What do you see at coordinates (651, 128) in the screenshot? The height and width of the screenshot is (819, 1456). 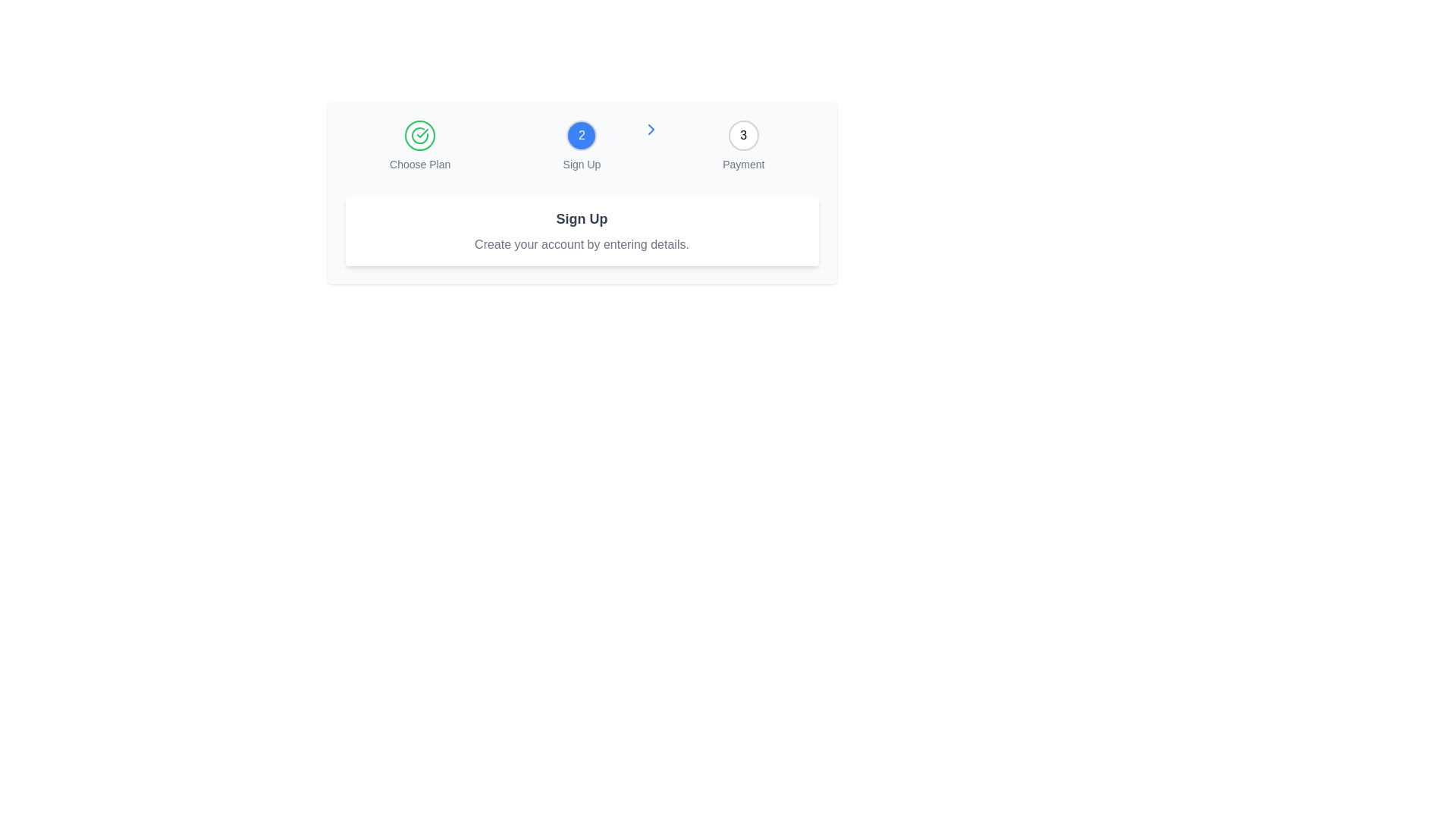 I see `the forward navigation icon located to the right of the circular '2' indicator in the stepper UI labeled 'Sign Up'` at bounding box center [651, 128].